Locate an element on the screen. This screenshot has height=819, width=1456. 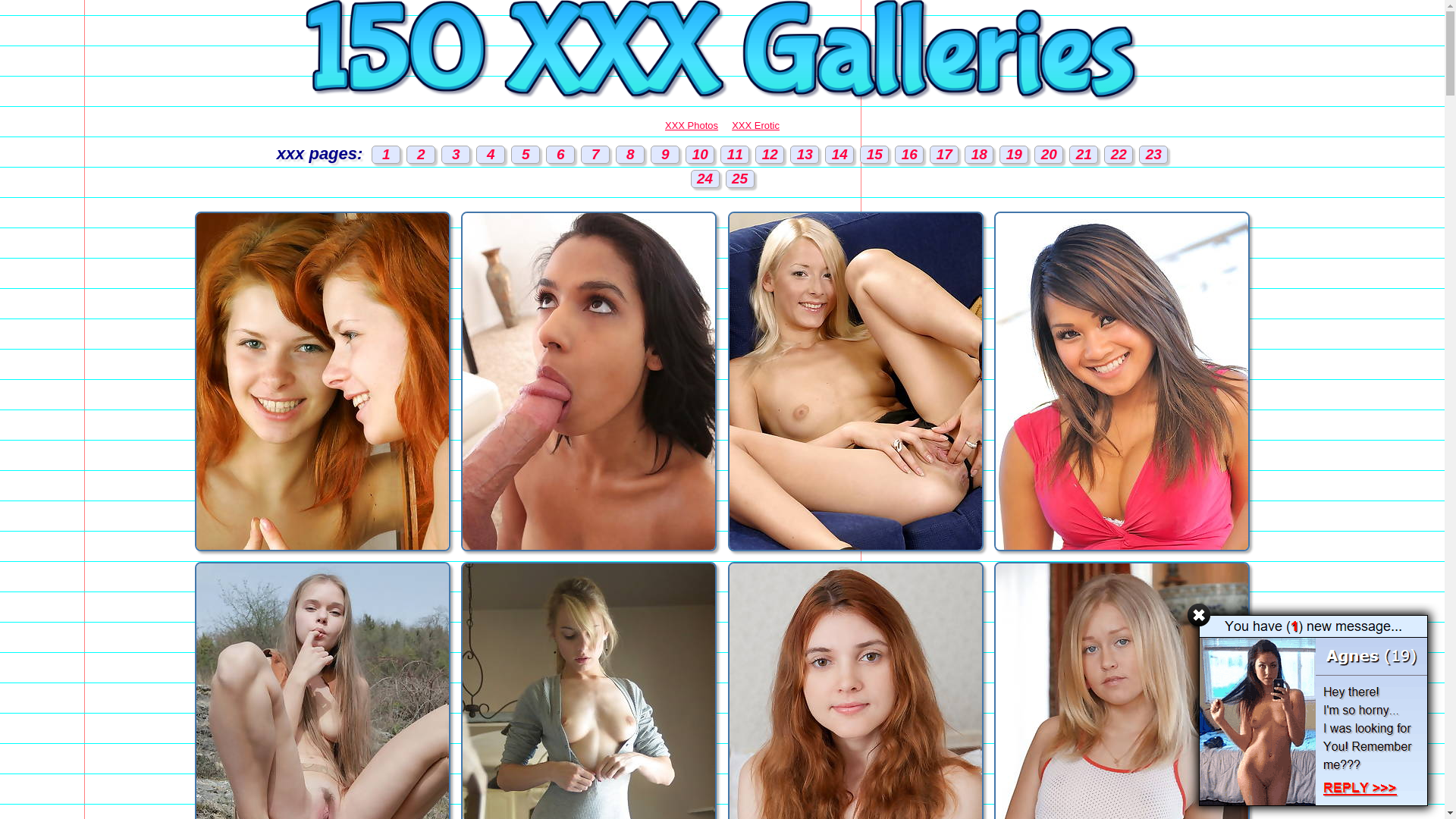
'17' is located at coordinates (943, 155).